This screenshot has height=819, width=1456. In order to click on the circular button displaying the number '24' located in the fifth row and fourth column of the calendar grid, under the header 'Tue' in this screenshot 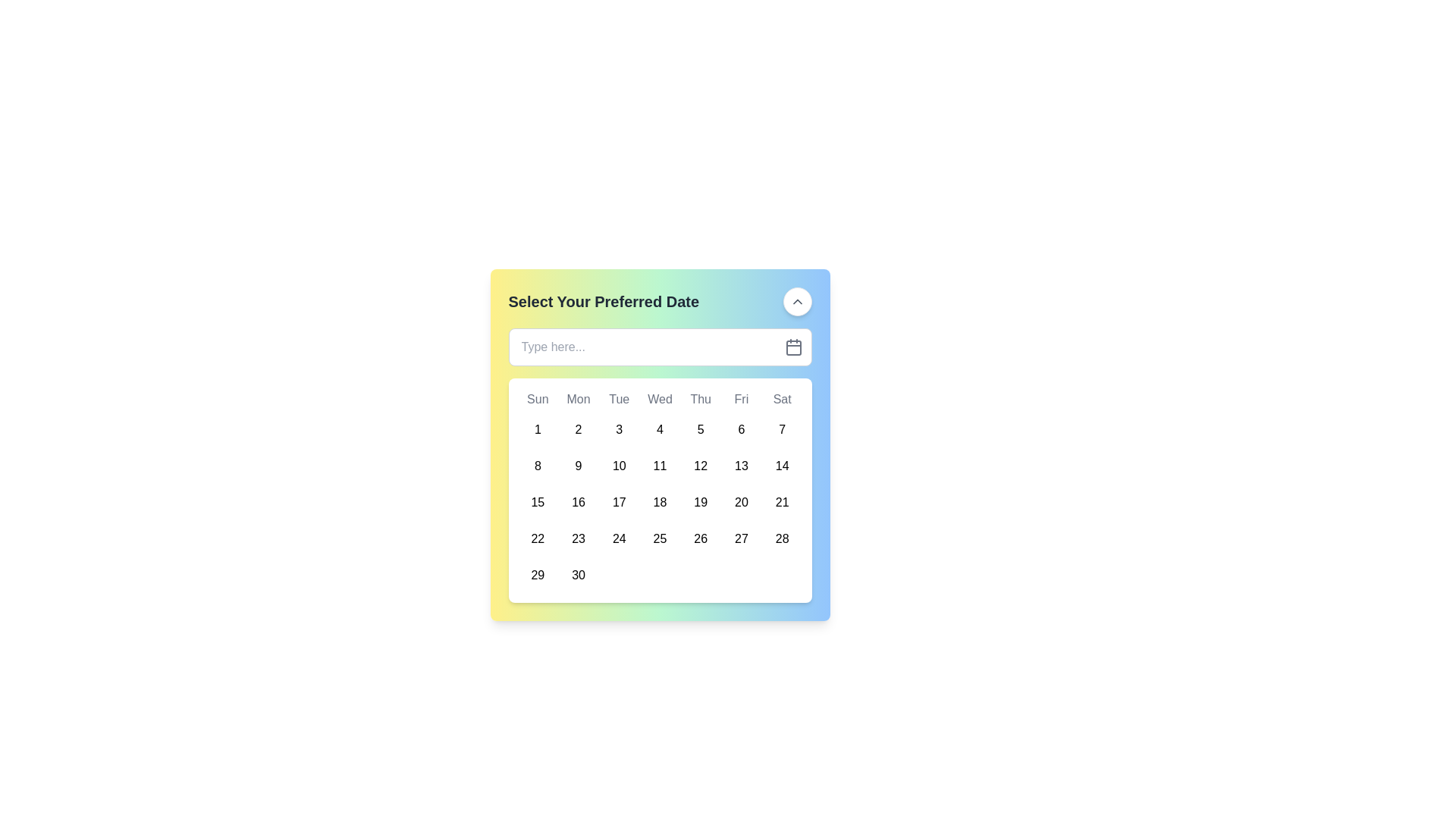, I will do `click(619, 538)`.